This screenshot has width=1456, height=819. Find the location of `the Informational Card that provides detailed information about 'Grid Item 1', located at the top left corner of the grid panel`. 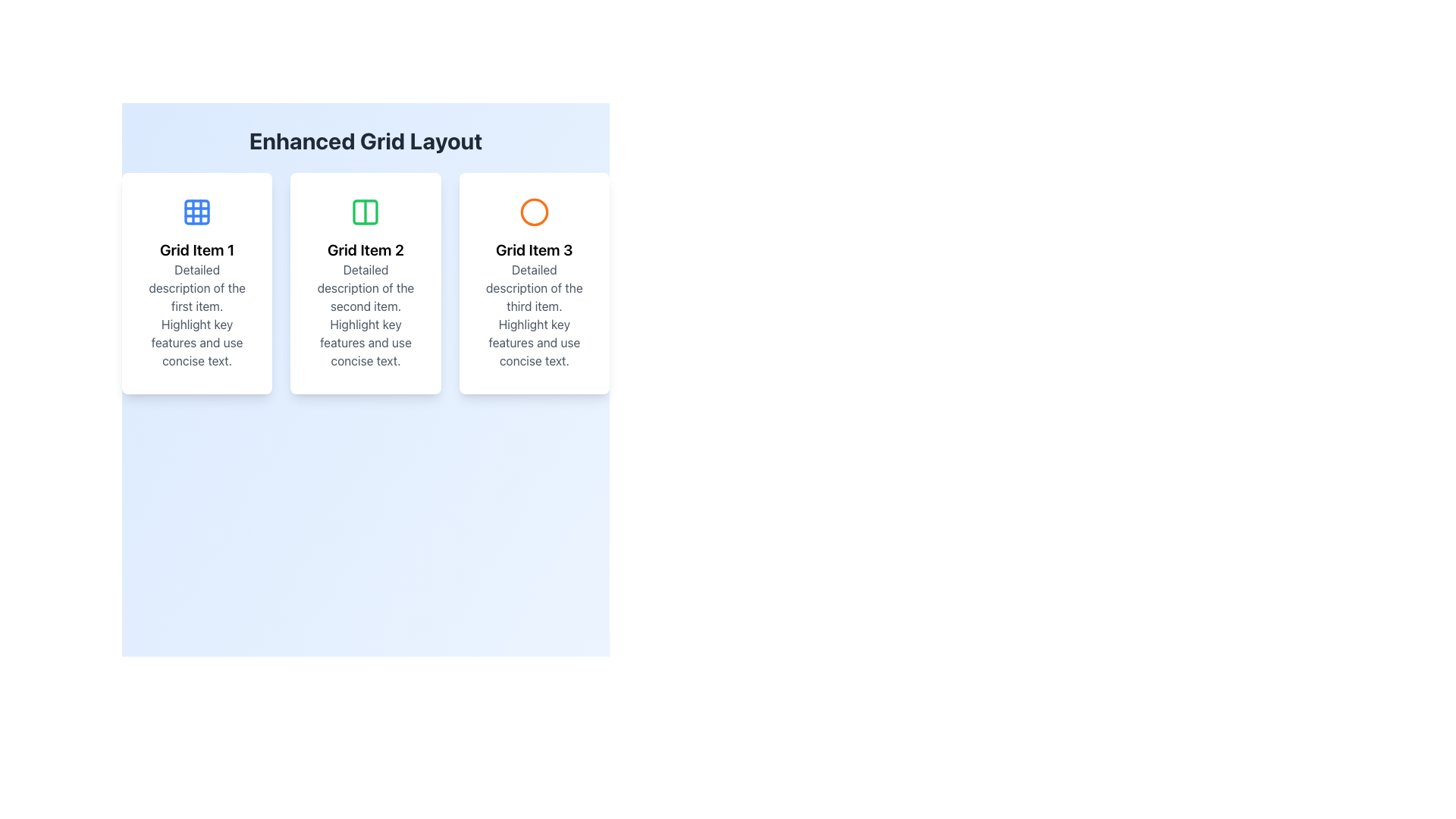

the Informational Card that provides detailed information about 'Grid Item 1', located at the top left corner of the grid panel is located at coordinates (196, 284).